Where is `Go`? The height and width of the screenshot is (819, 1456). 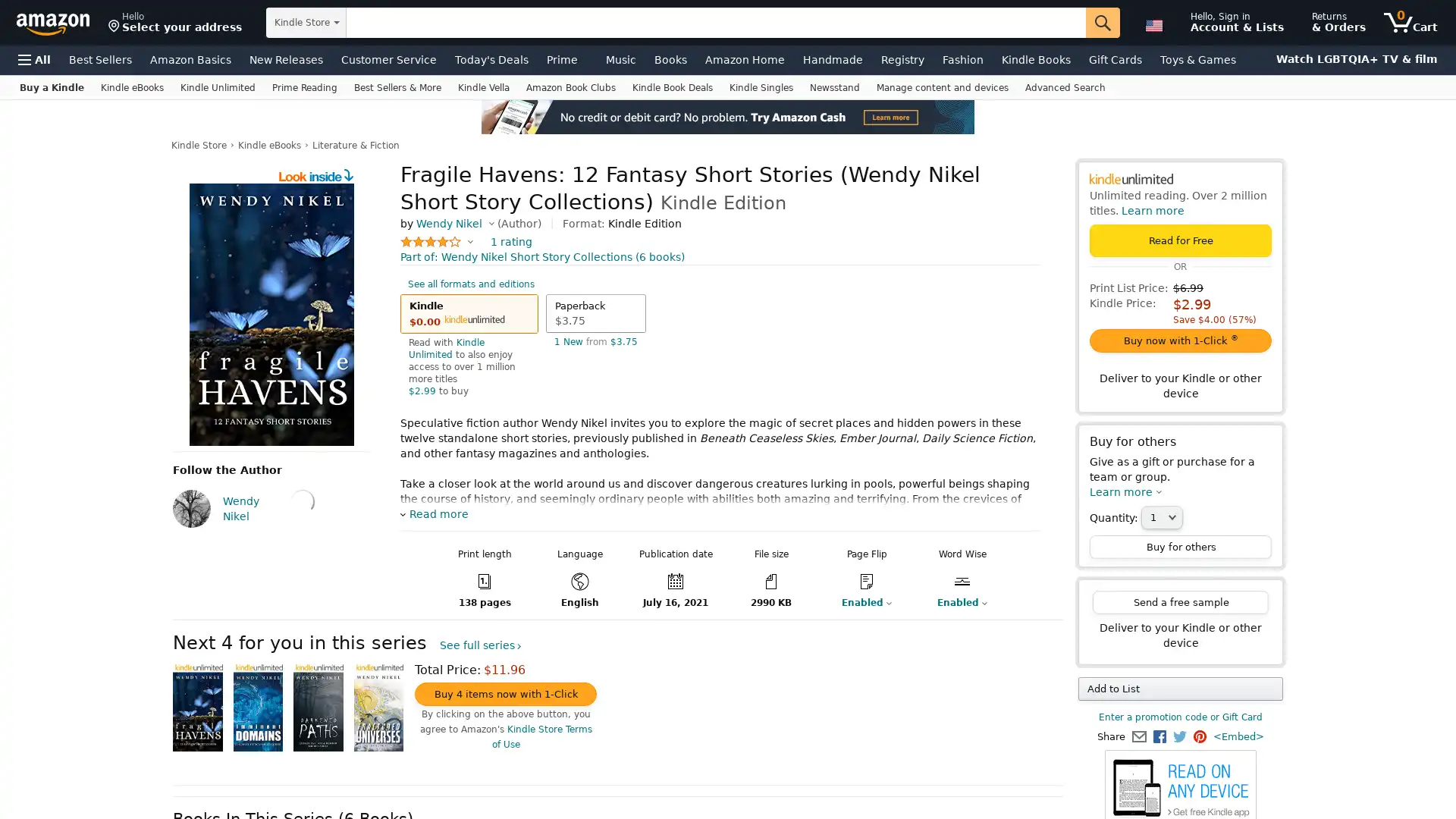 Go is located at coordinates (1103, 23).